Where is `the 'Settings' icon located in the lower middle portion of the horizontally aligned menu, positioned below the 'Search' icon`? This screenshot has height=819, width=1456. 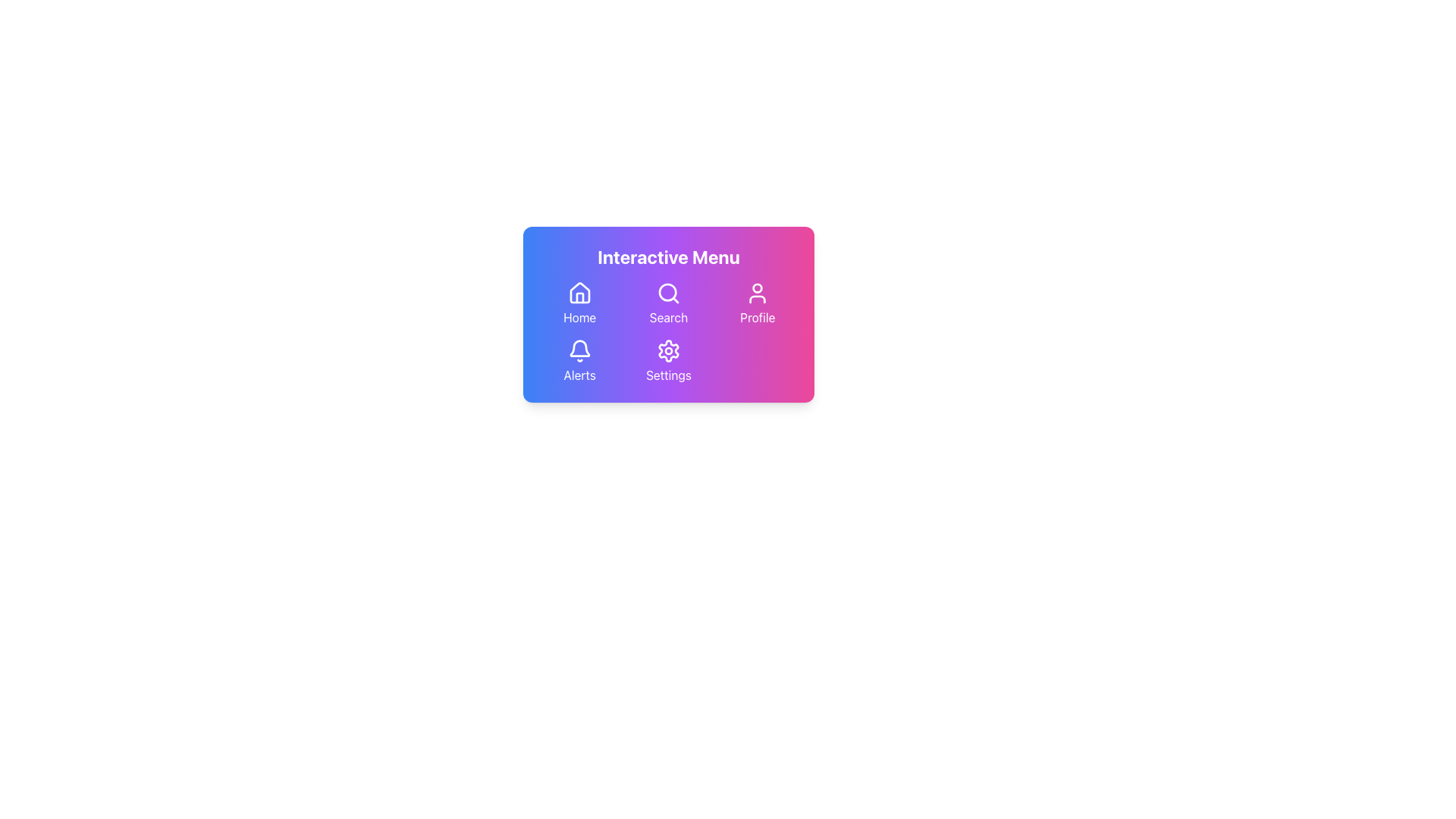
the 'Settings' icon located in the lower middle portion of the horizontally aligned menu, positioned below the 'Search' icon is located at coordinates (668, 350).